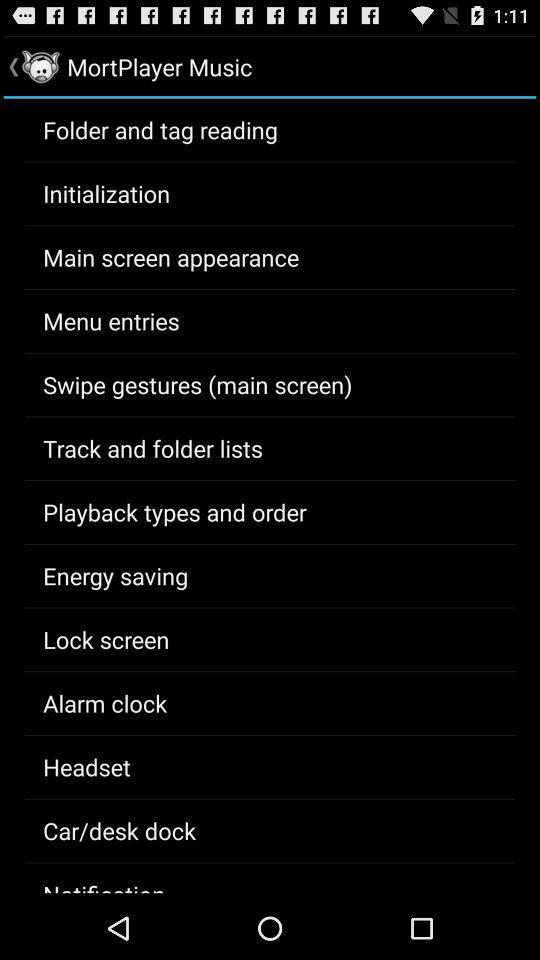 Image resolution: width=540 pixels, height=960 pixels. What do you see at coordinates (106, 638) in the screenshot?
I see `lock screen item` at bounding box center [106, 638].